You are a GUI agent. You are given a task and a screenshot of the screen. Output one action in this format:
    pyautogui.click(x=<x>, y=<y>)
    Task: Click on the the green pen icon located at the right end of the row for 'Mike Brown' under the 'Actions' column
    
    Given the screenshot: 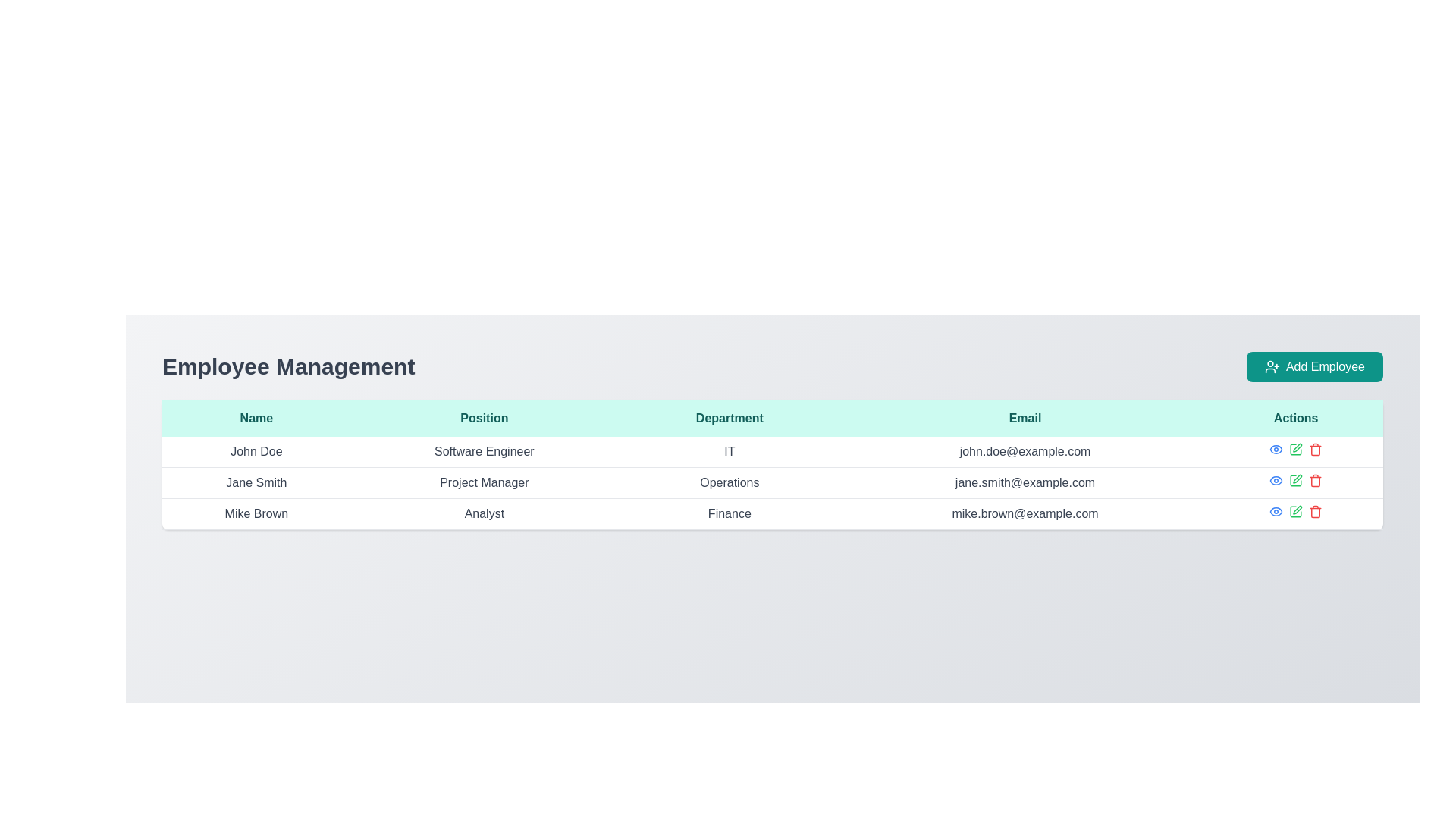 What is the action you would take?
    pyautogui.click(x=1295, y=512)
    